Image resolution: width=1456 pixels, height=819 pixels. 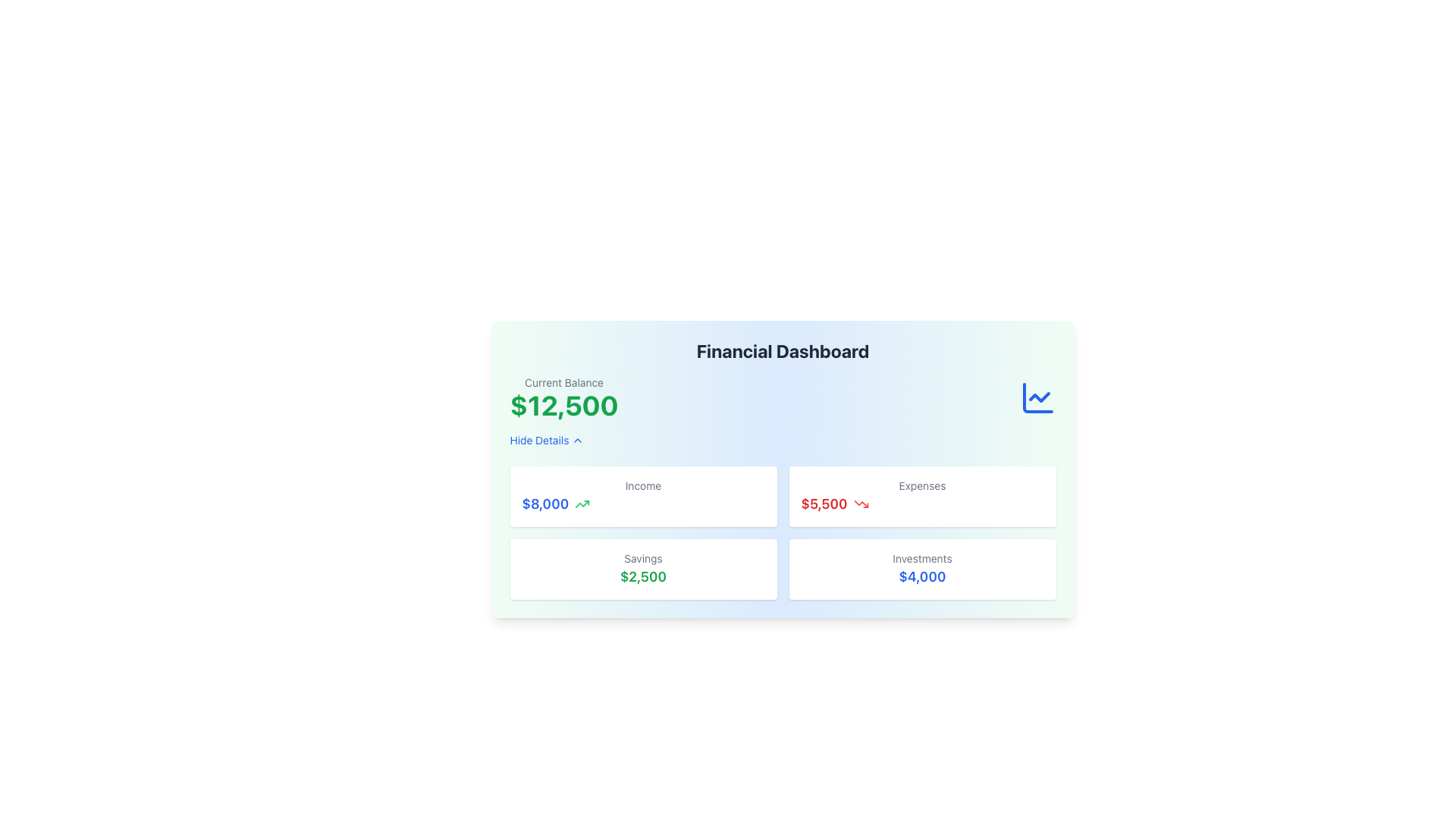 What do you see at coordinates (563, 382) in the screenshot?
I see `static text label located on the left side of the dashboard interface, positioned directly above the balance figure '$12,500'` at bounding box center [563, 382].